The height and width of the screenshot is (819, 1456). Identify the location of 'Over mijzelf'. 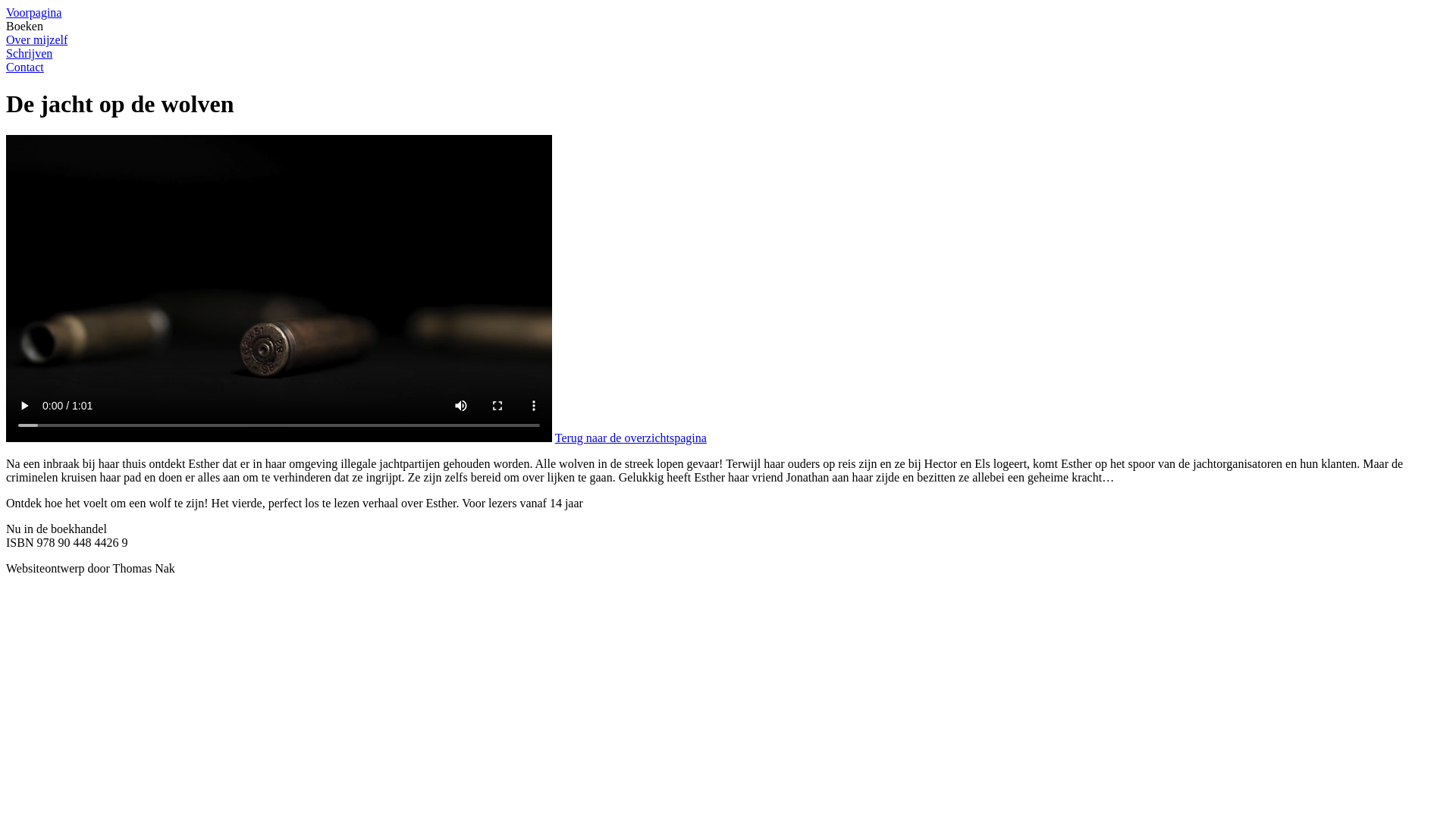
(6, 39).